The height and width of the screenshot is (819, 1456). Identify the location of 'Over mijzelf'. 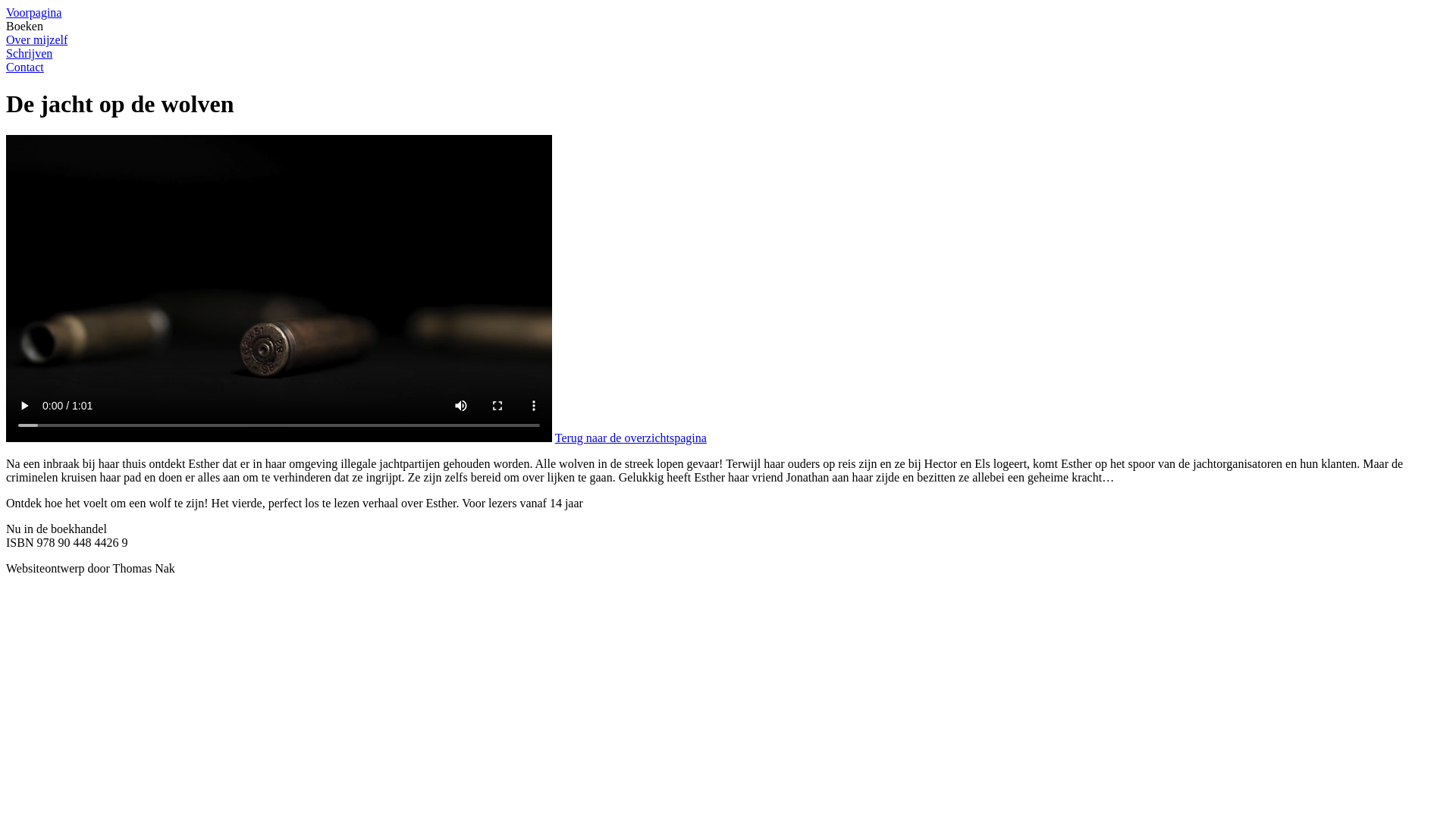
(6, 39).